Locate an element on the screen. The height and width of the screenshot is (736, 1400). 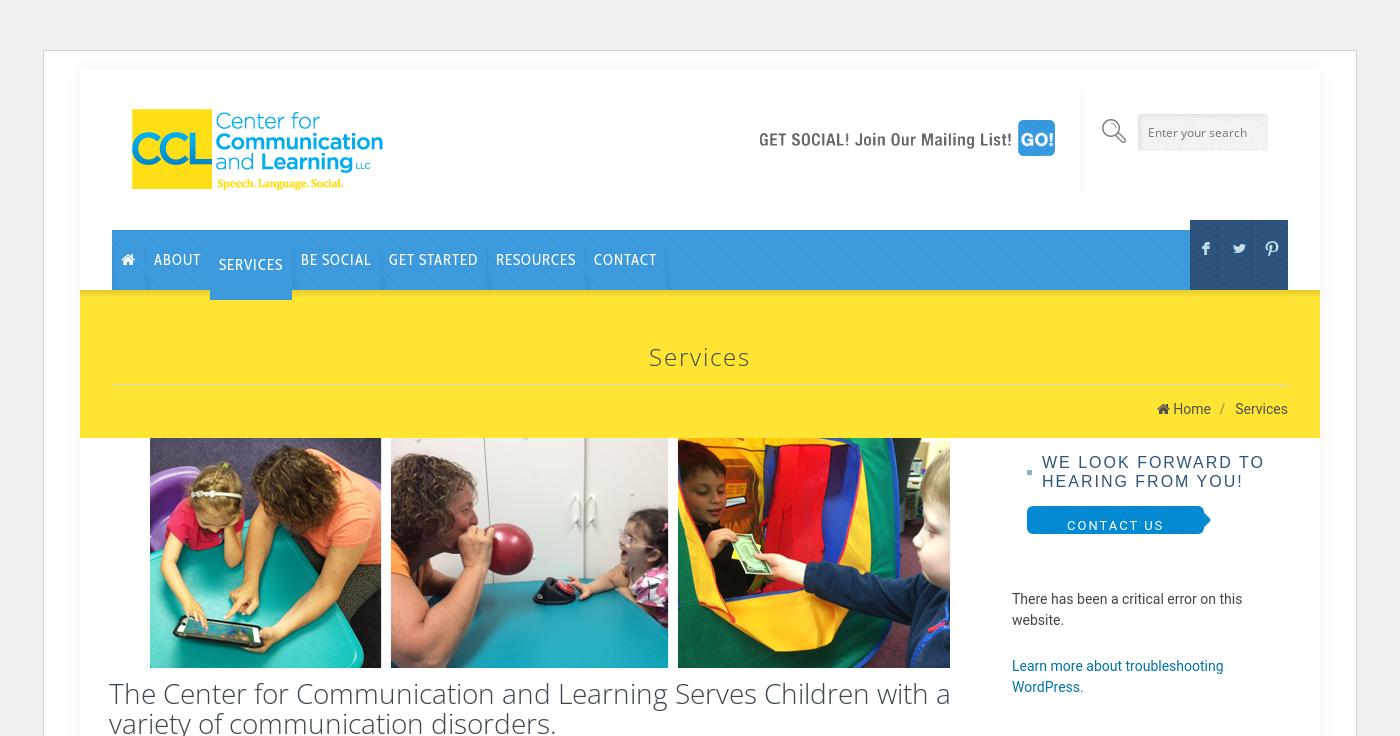
'Home' is located at coordinates (1191, 407).